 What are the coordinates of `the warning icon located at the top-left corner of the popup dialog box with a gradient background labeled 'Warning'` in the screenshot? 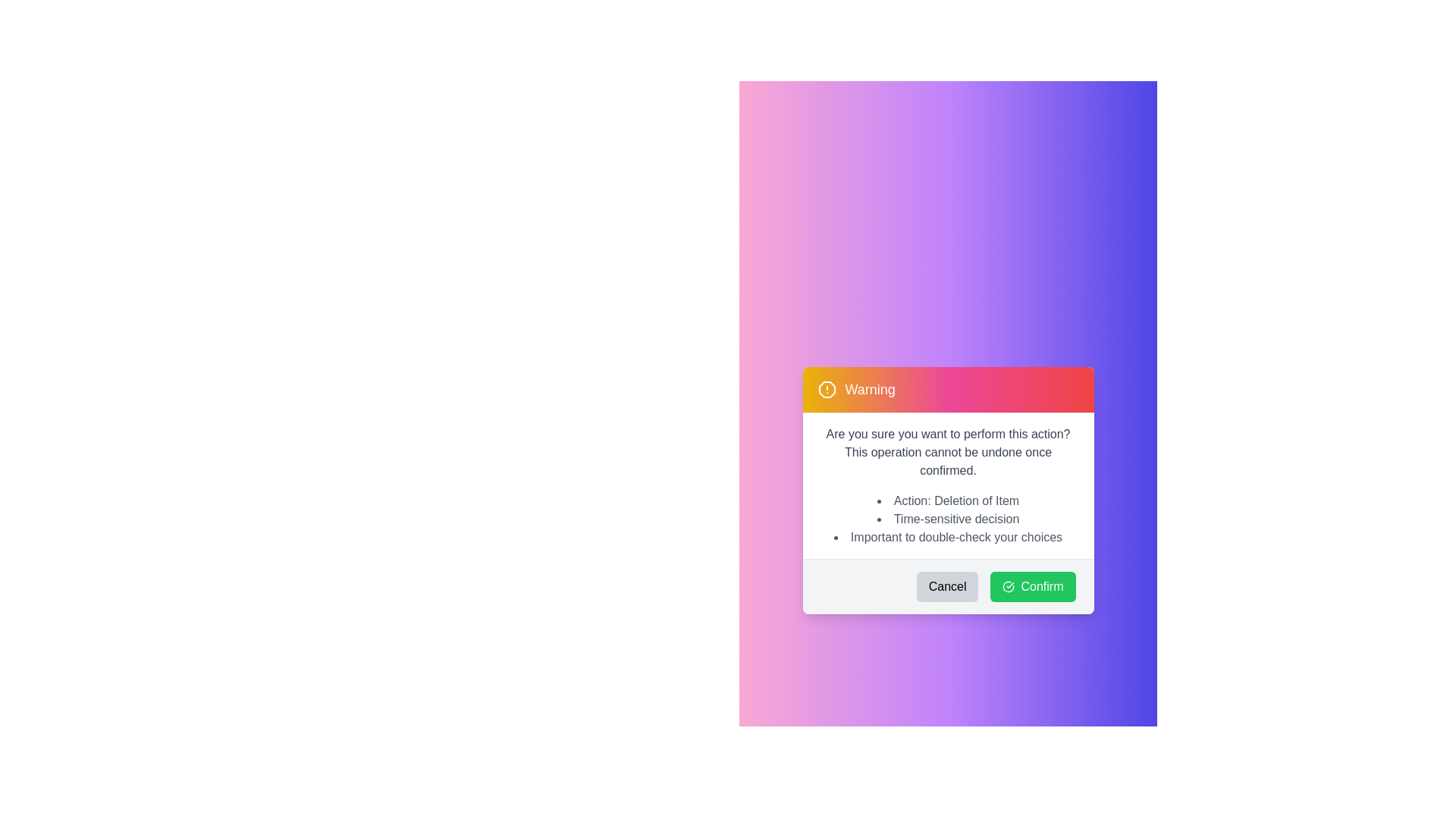 It's located at (826, 388).